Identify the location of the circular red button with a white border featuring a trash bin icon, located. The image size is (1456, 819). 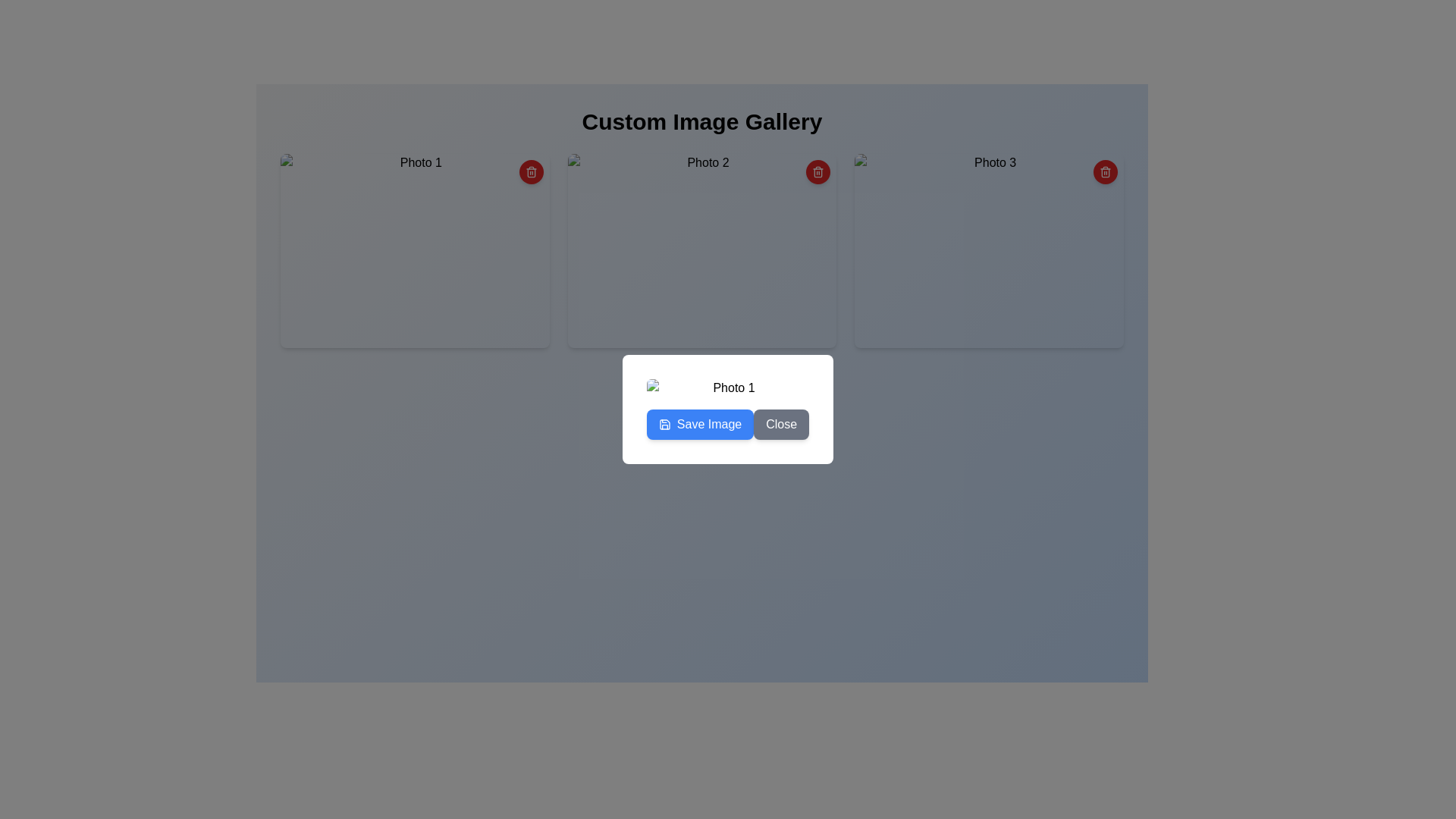
(1106, 171).